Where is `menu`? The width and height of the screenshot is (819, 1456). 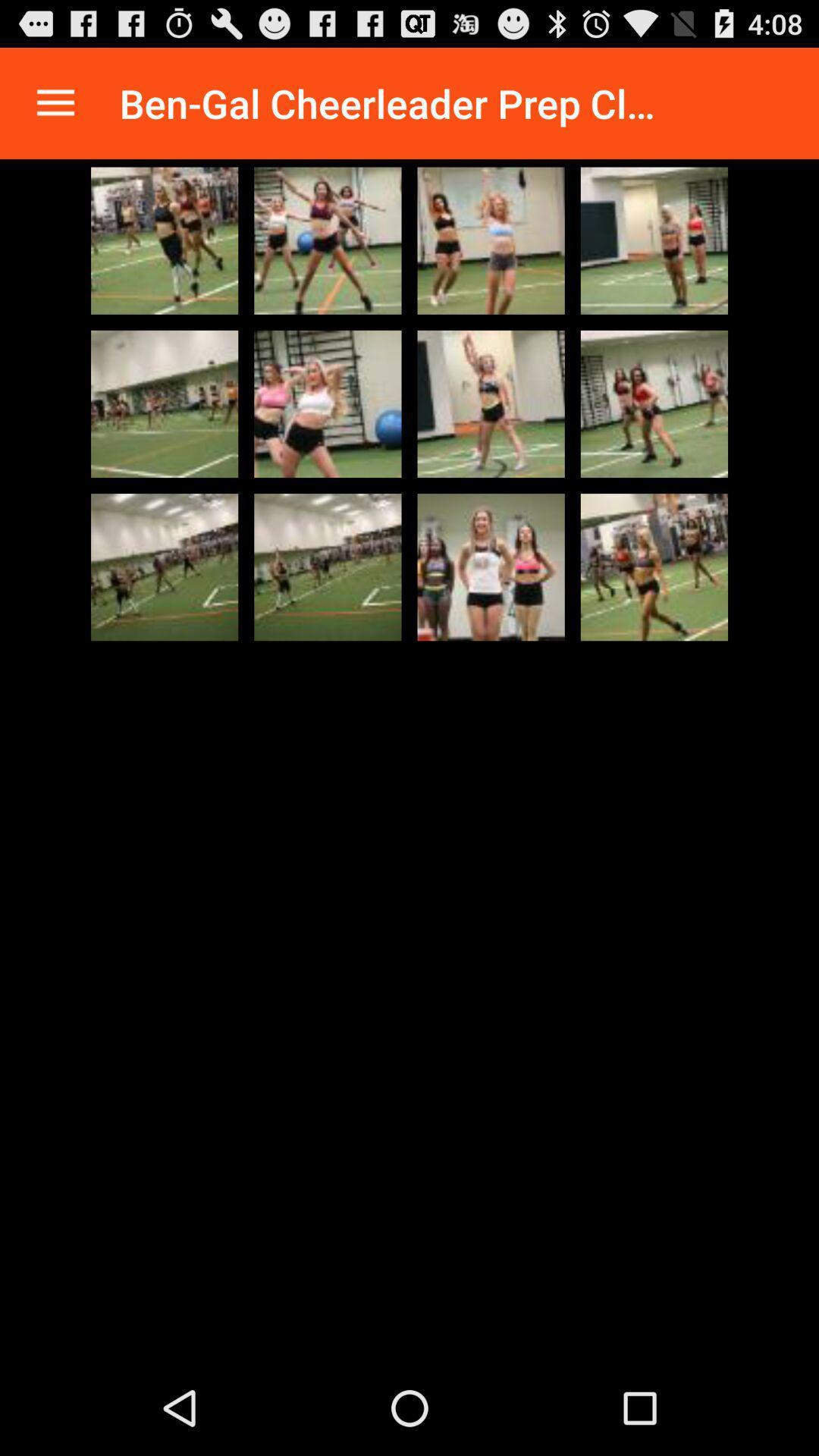
menu is located at coordinates (55, 102).